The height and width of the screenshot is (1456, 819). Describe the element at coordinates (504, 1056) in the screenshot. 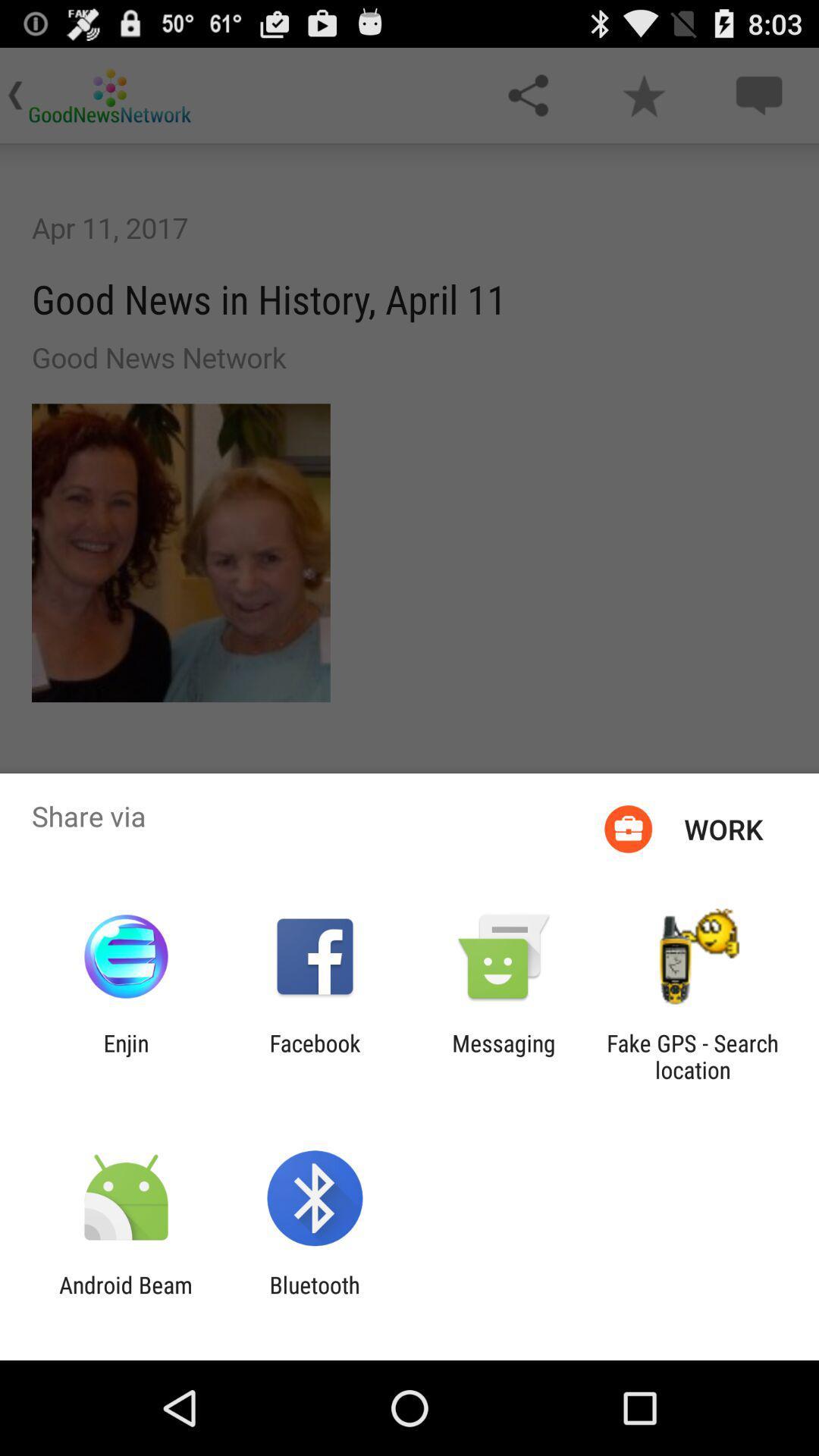

I see `the app to the right of facebook item` at that location.